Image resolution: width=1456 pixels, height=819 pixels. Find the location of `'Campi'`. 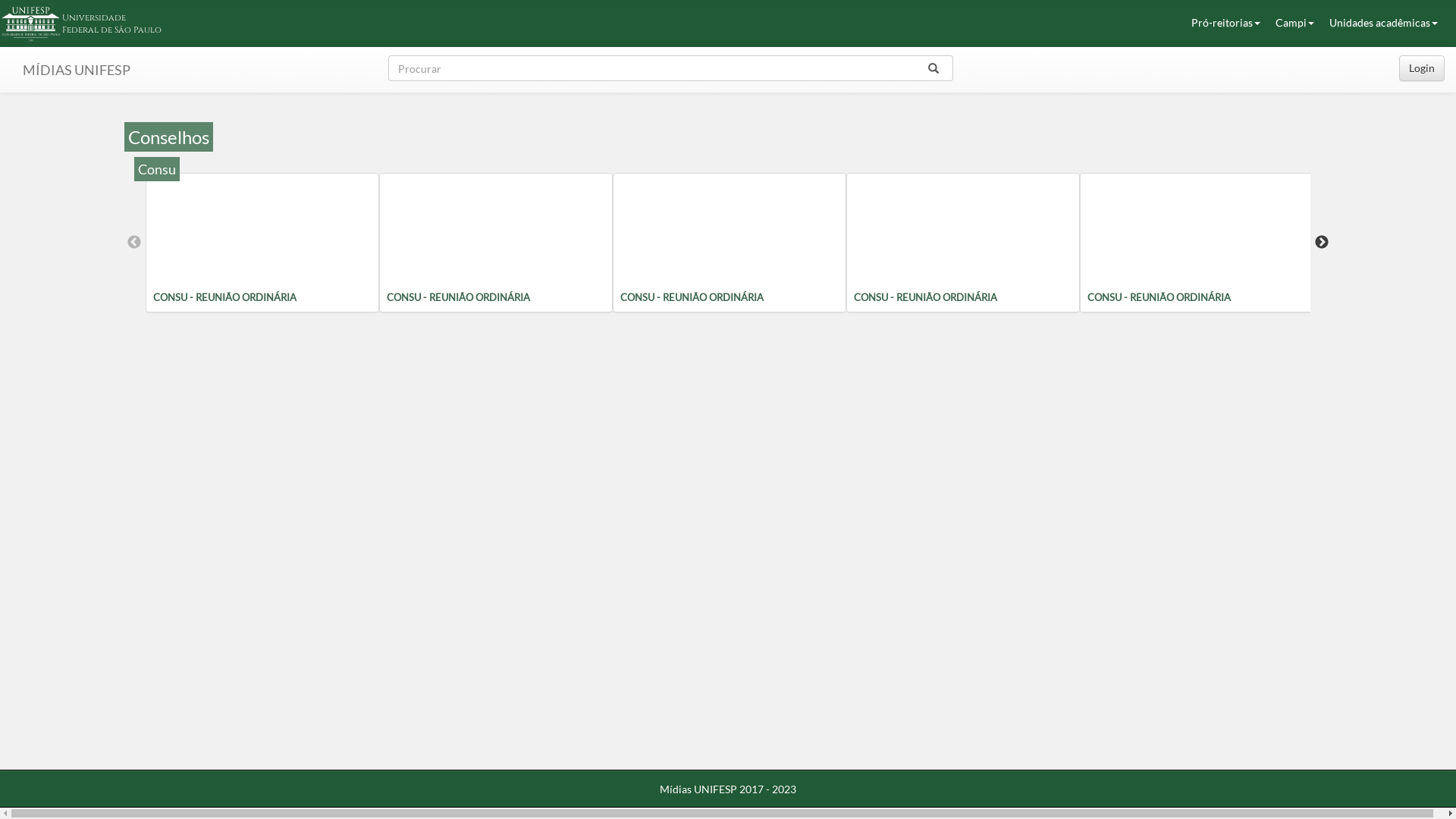

'Campi' is located at coordinates (1294, 23).